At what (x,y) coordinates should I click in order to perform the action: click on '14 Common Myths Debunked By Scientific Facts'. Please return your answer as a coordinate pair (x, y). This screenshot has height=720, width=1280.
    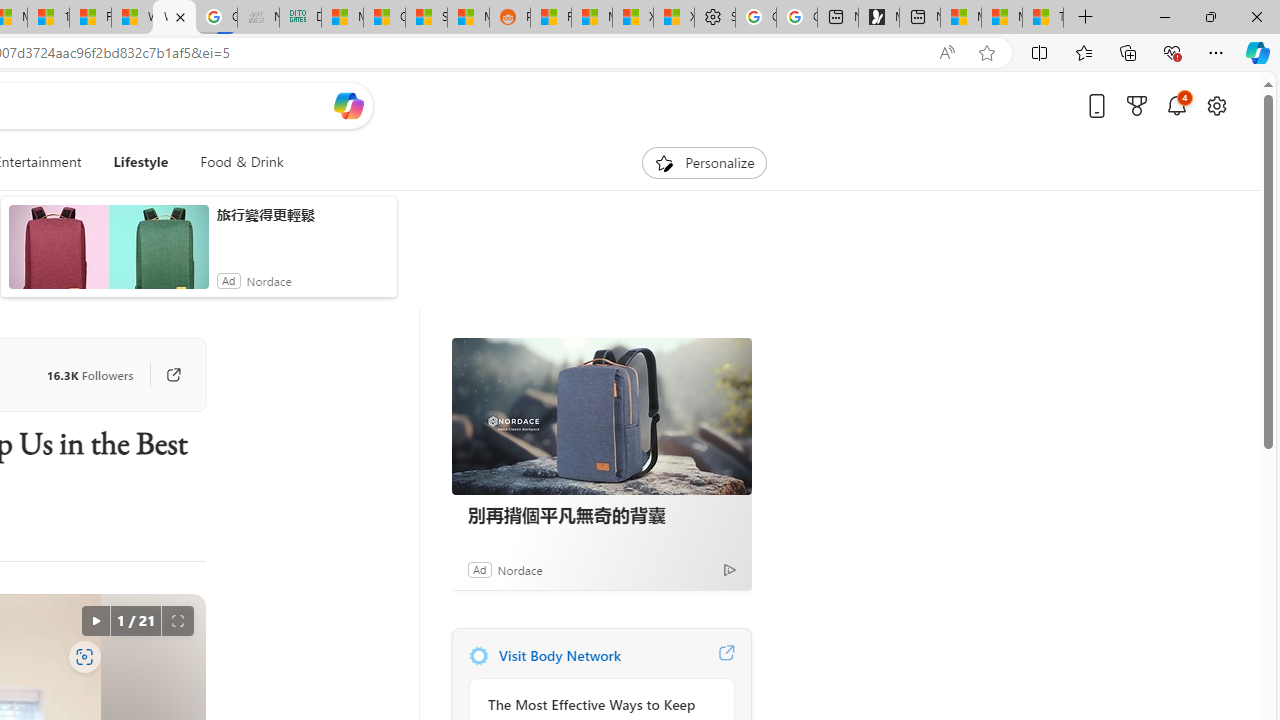
    Looking at the image, I should click on (48, 17).